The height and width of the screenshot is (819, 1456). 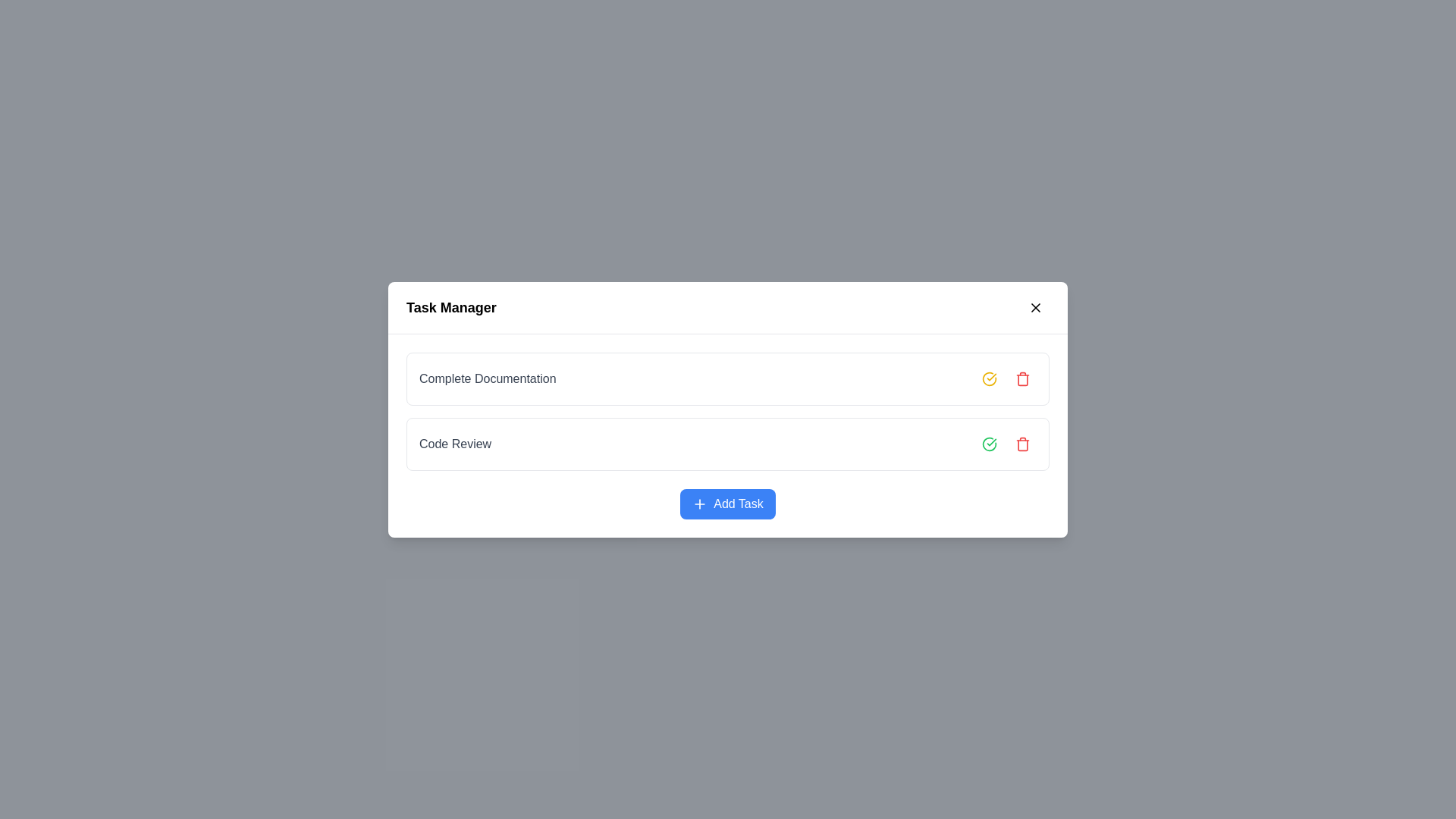 I want to click on the circular yellow icon with a checkmark at its center located in the second row of the task list labeled 'Code Review', immediately to the left of the trash bin icon, so click(x=990, y=377).